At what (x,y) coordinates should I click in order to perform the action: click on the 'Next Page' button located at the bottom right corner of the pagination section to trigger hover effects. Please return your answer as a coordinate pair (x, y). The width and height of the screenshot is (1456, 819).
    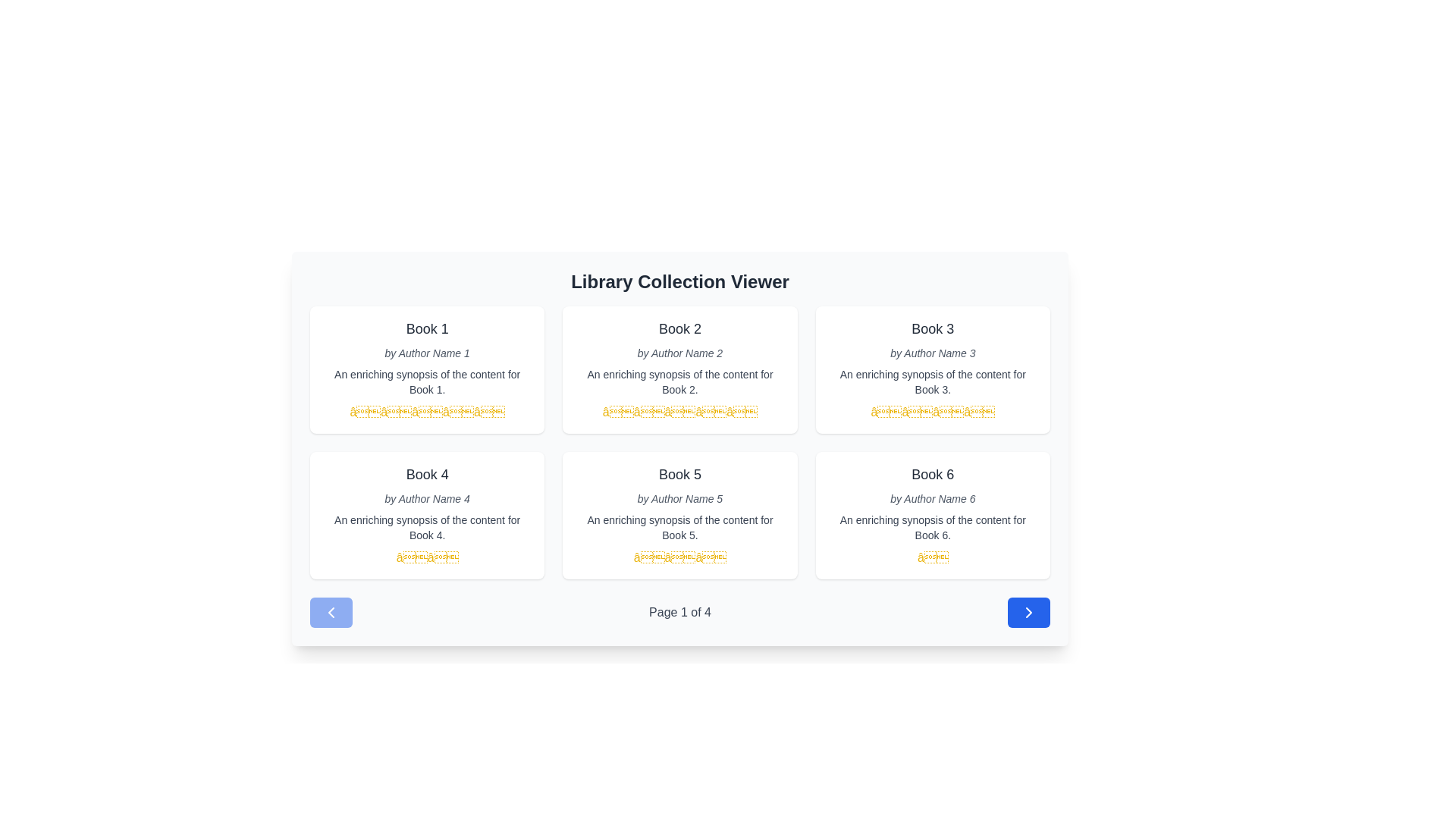
    Looking at the image, I should click on (1029, 611).